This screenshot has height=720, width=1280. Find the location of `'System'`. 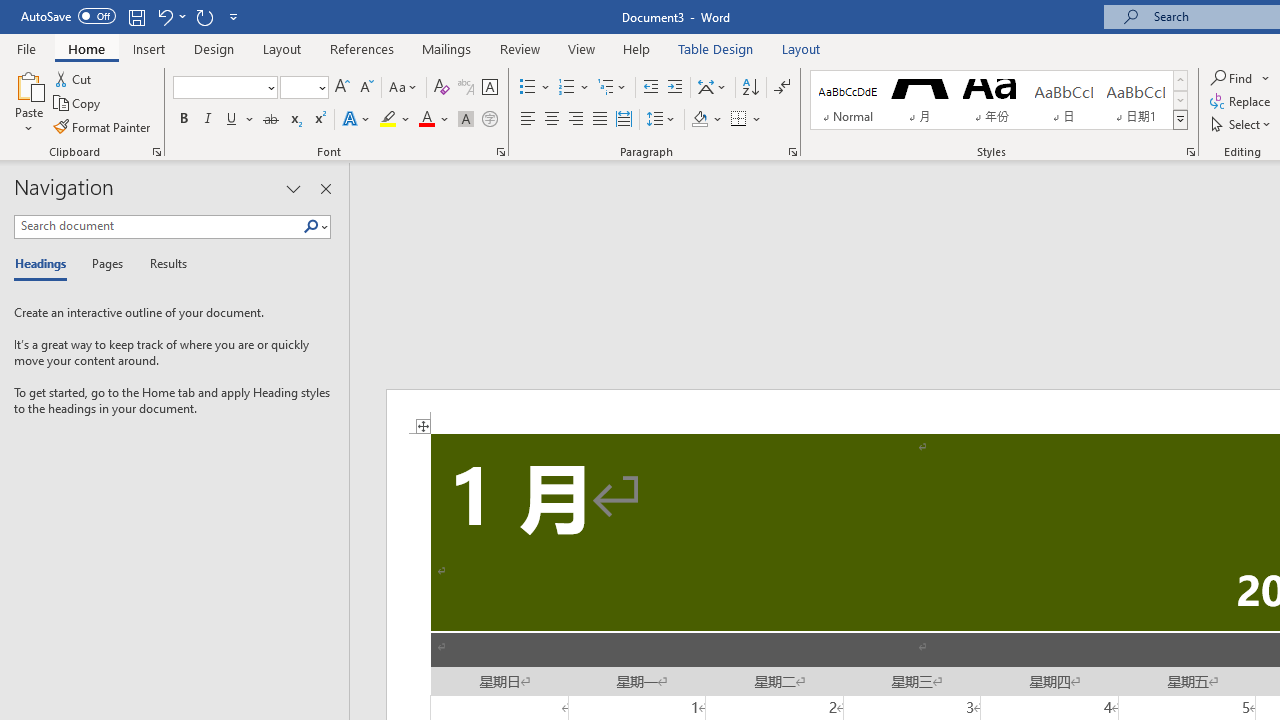

'System' is located at coordinates (10, 11).